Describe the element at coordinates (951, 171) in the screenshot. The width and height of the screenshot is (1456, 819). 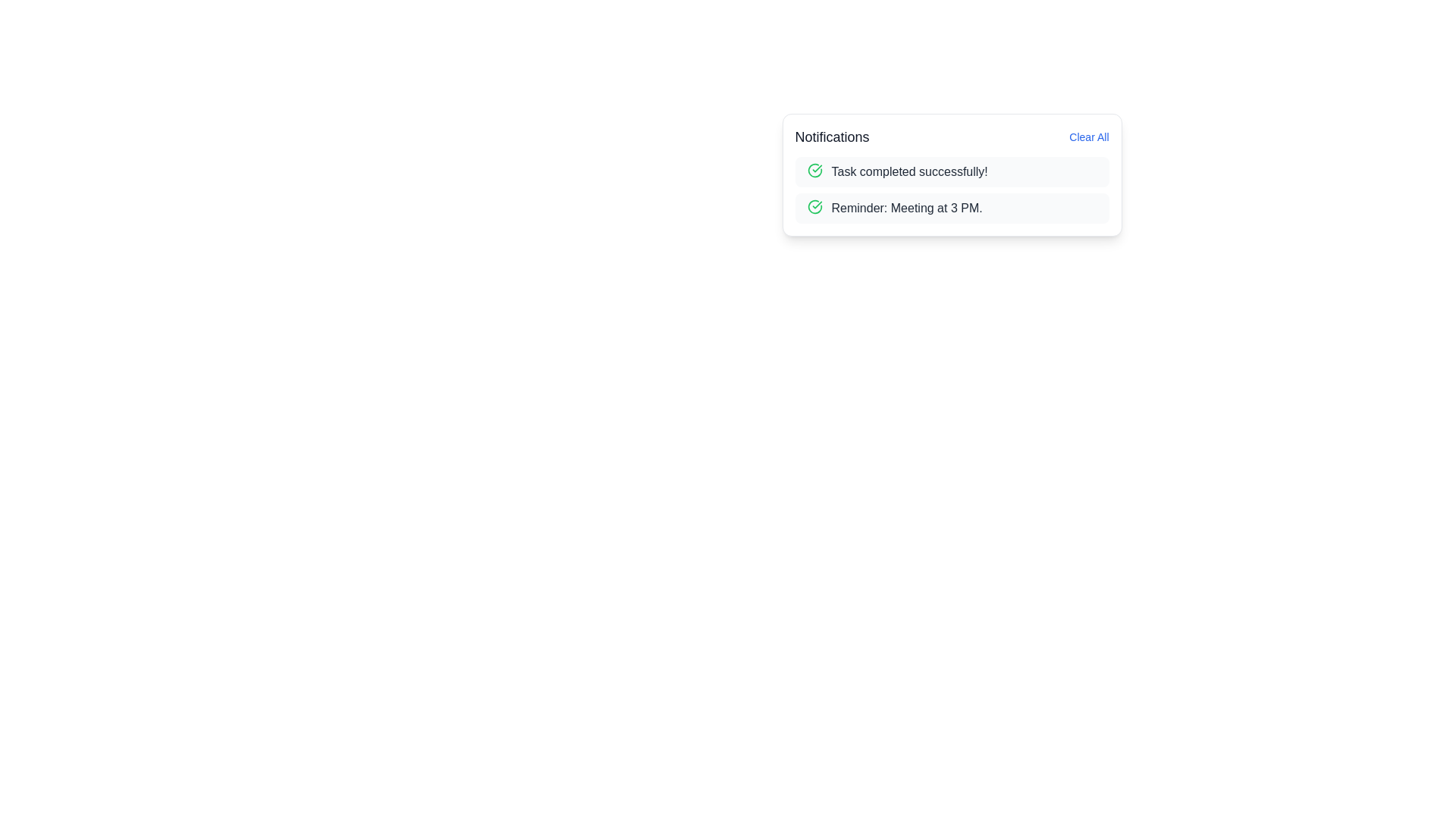
I see `the notification message with a light gray background that states 'Task completed successfully!' and includes a green checkmark icon` at that location.